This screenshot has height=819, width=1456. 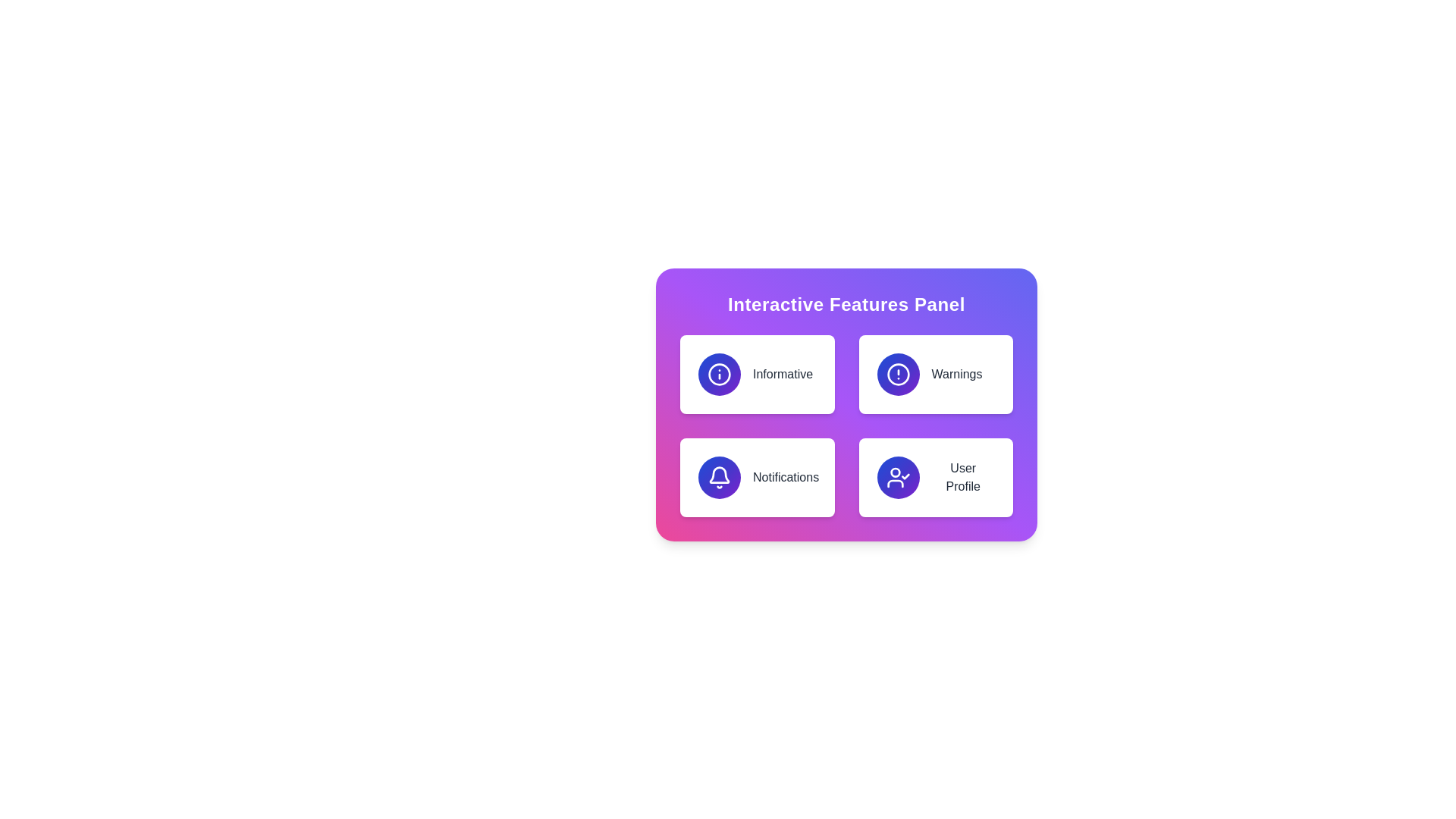 What do you see at coordinates (895, 472) in the screenshot?
I see `the SVG Circle element that represents a user profile icon, located in the upper-left quadrant of the user profile graphic` at bounding box center [895, 472].